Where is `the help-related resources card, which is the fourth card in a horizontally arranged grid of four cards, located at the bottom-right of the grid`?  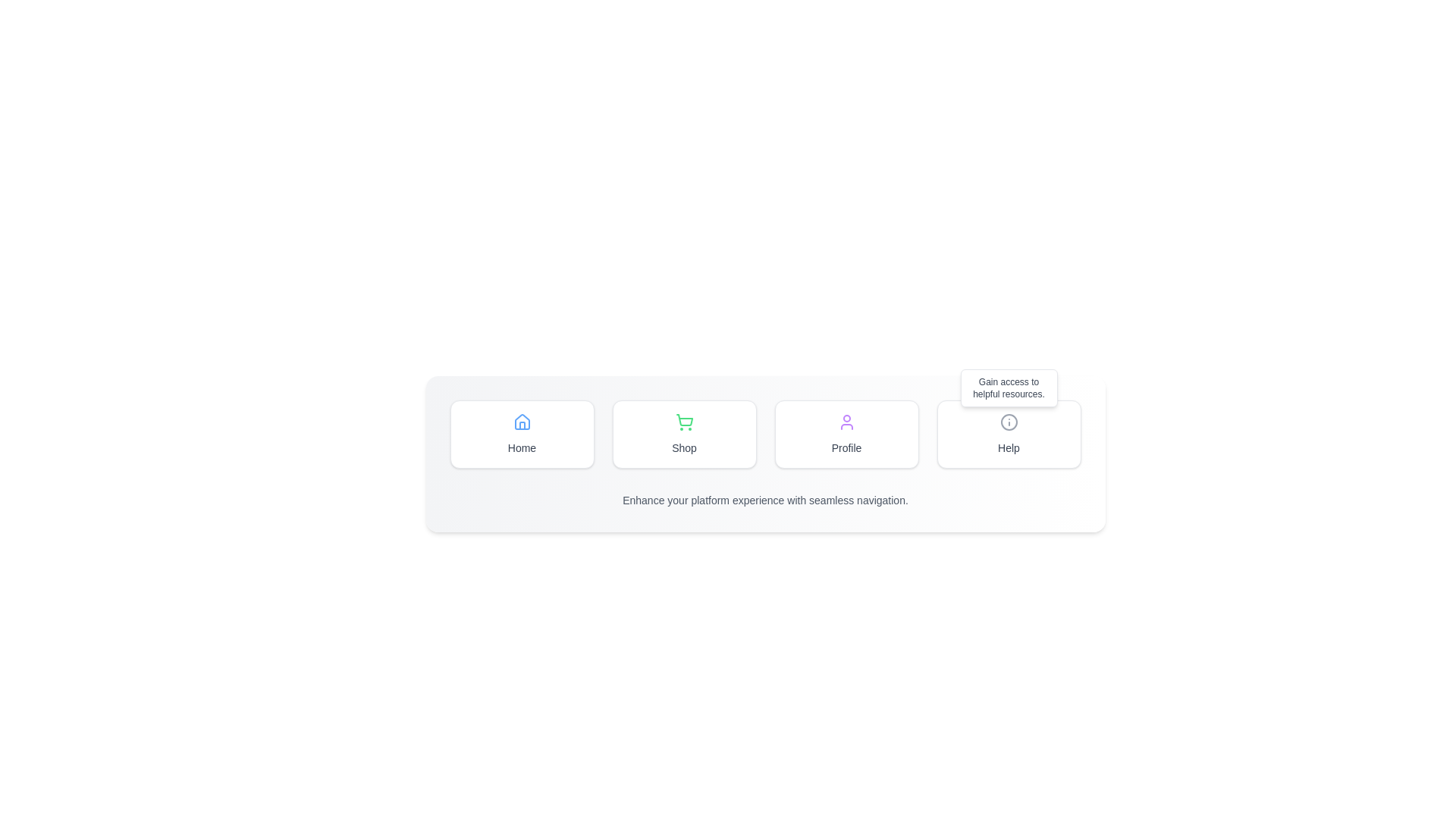 the help-related resources card, which is the fourth card in a horizontally arranged grid of four cards, located at the bottom-right of the grid is located at coordinates (1009, 435).